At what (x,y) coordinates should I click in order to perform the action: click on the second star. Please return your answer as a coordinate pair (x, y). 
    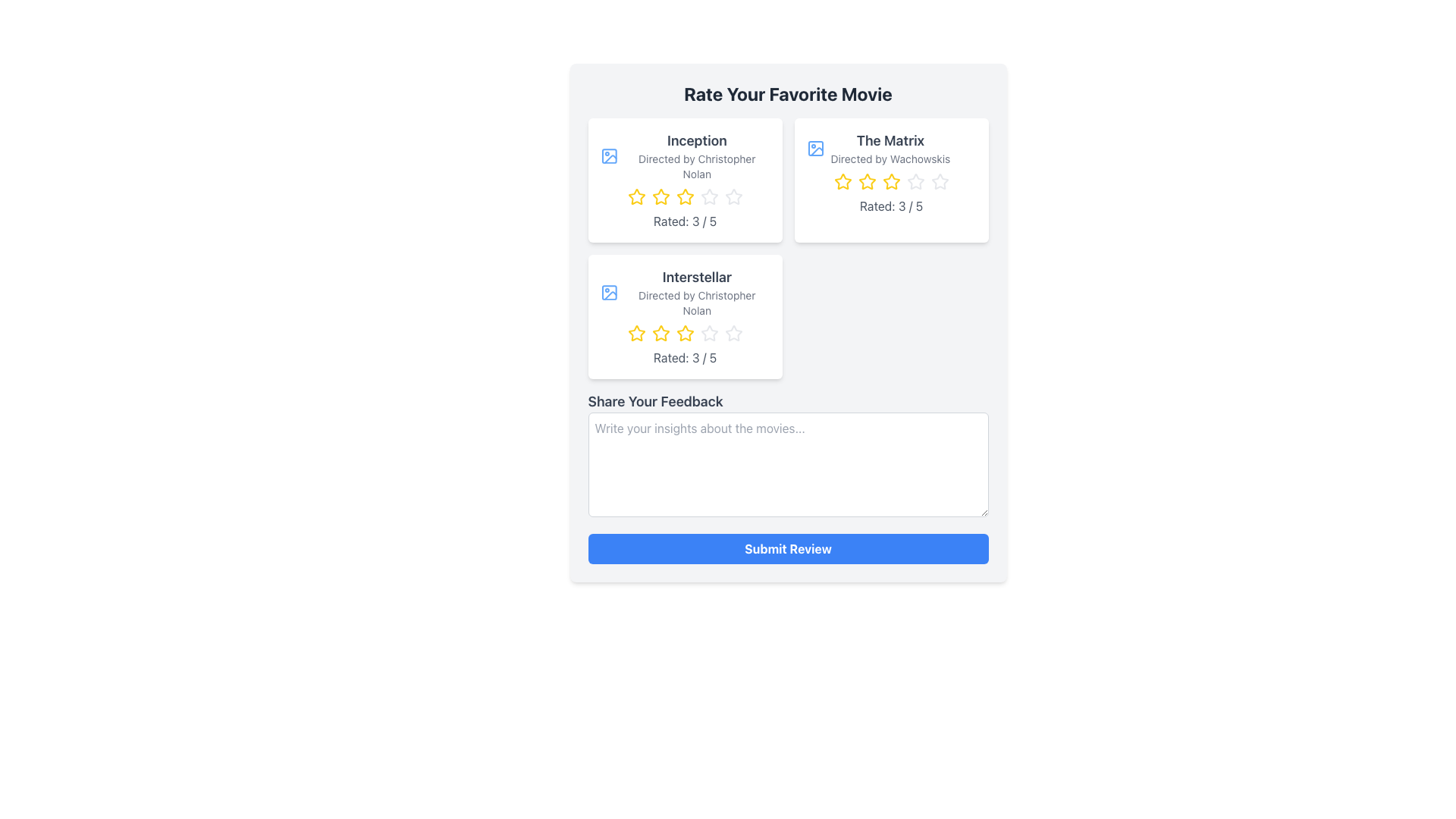
    Looking at the image, I should click on (661, 196).